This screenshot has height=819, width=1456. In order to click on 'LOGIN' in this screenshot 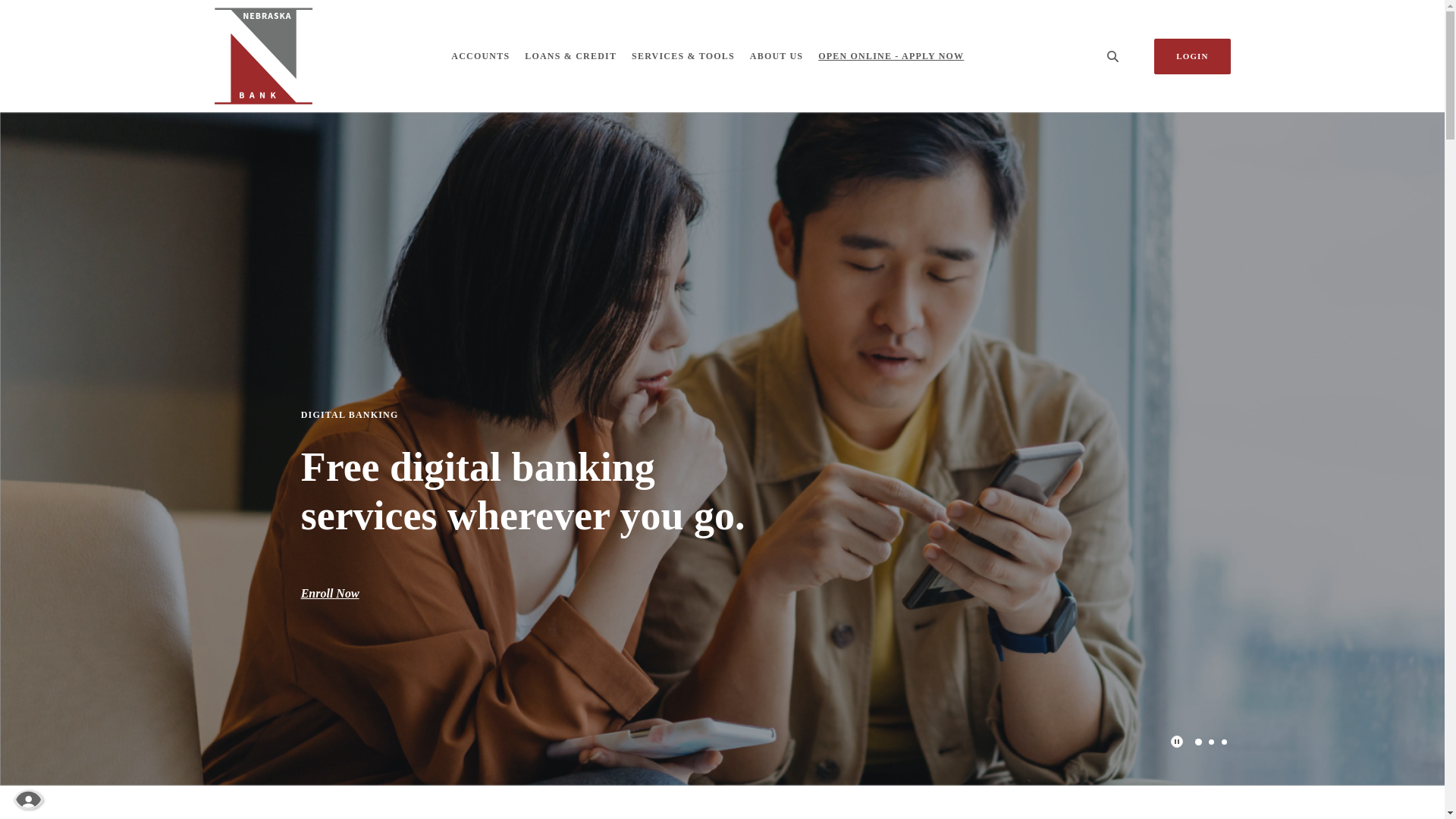, I will do `click(1191, 55)`.